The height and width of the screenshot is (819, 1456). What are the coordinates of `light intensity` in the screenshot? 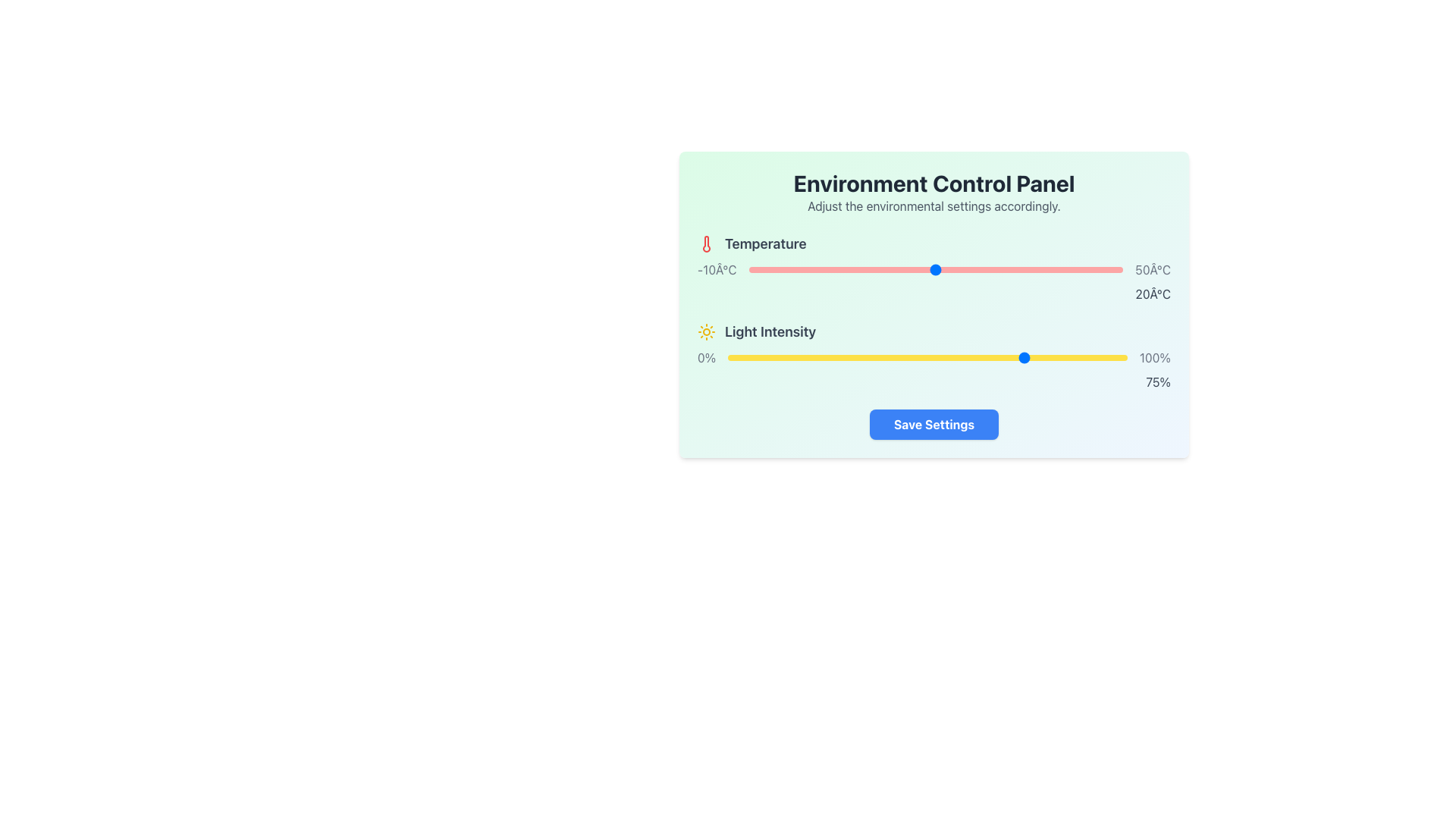 It's located at (1062, 357).